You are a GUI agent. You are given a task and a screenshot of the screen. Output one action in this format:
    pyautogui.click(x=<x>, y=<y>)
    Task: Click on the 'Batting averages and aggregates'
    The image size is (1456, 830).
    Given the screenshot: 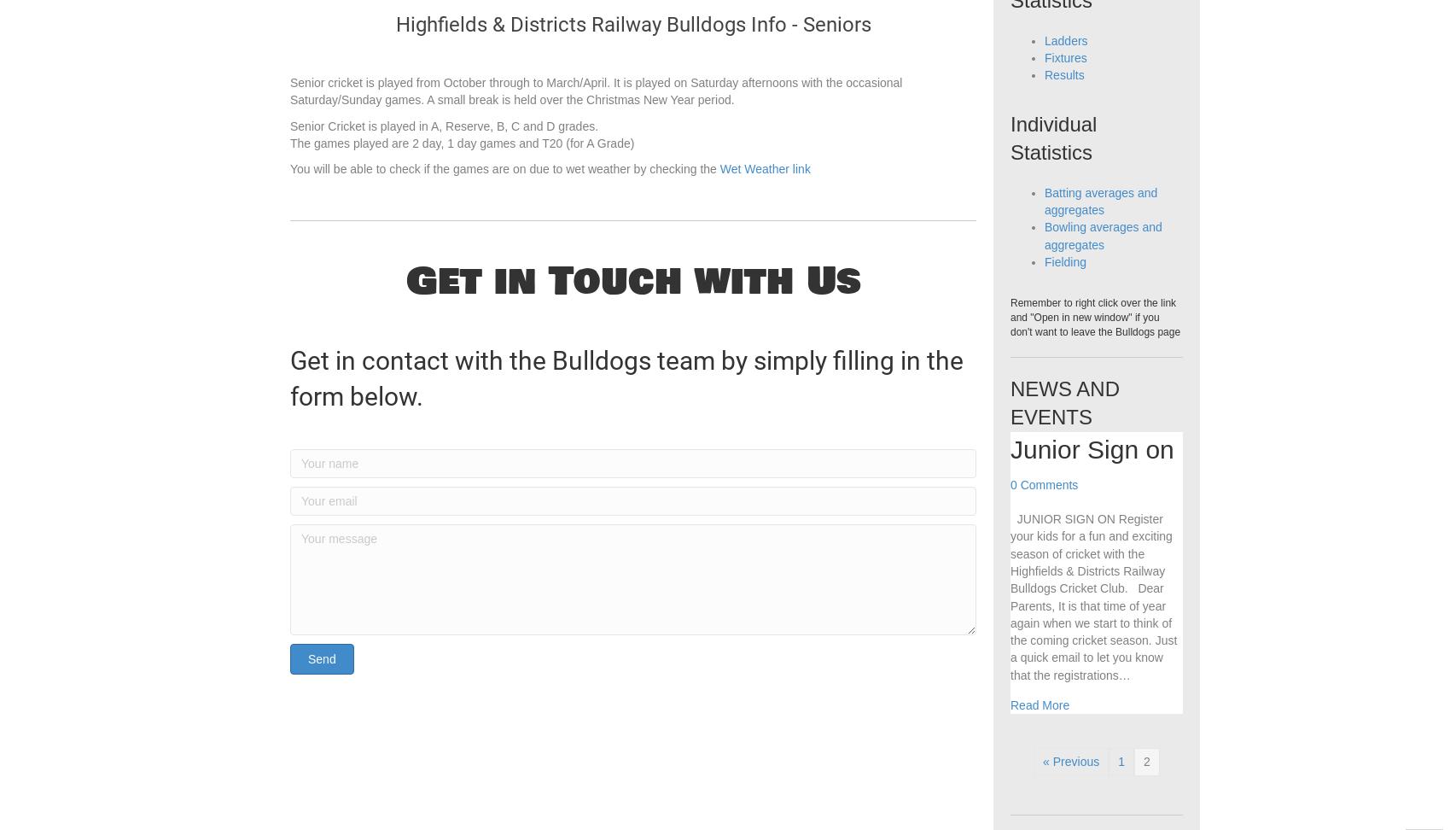 What is the action you would take?
    pyautogui.click(x=1045, y=237)
    